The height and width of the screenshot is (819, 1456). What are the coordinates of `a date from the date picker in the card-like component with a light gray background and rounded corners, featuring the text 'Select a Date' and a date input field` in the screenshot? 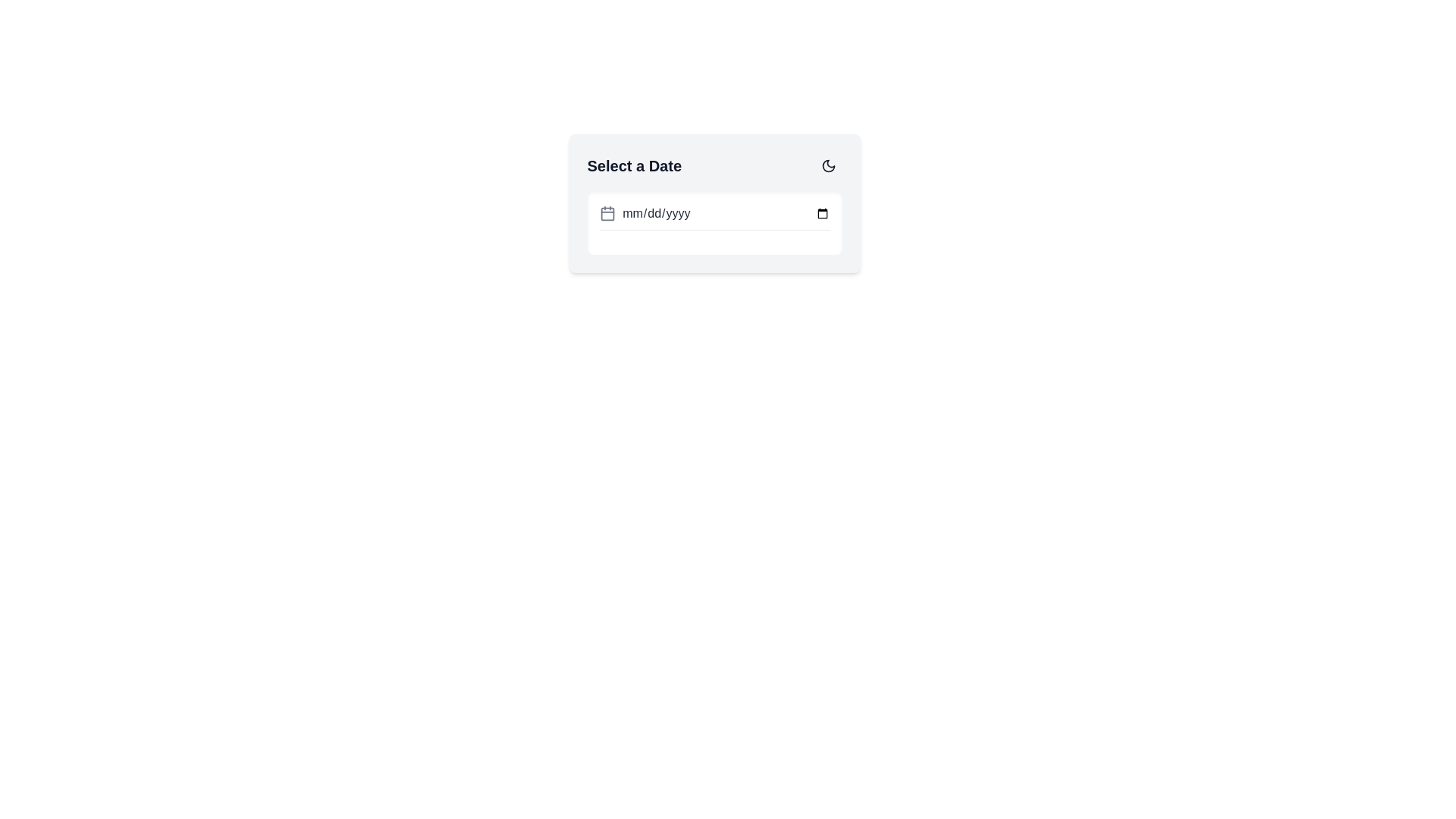 It's located at (714, 202).